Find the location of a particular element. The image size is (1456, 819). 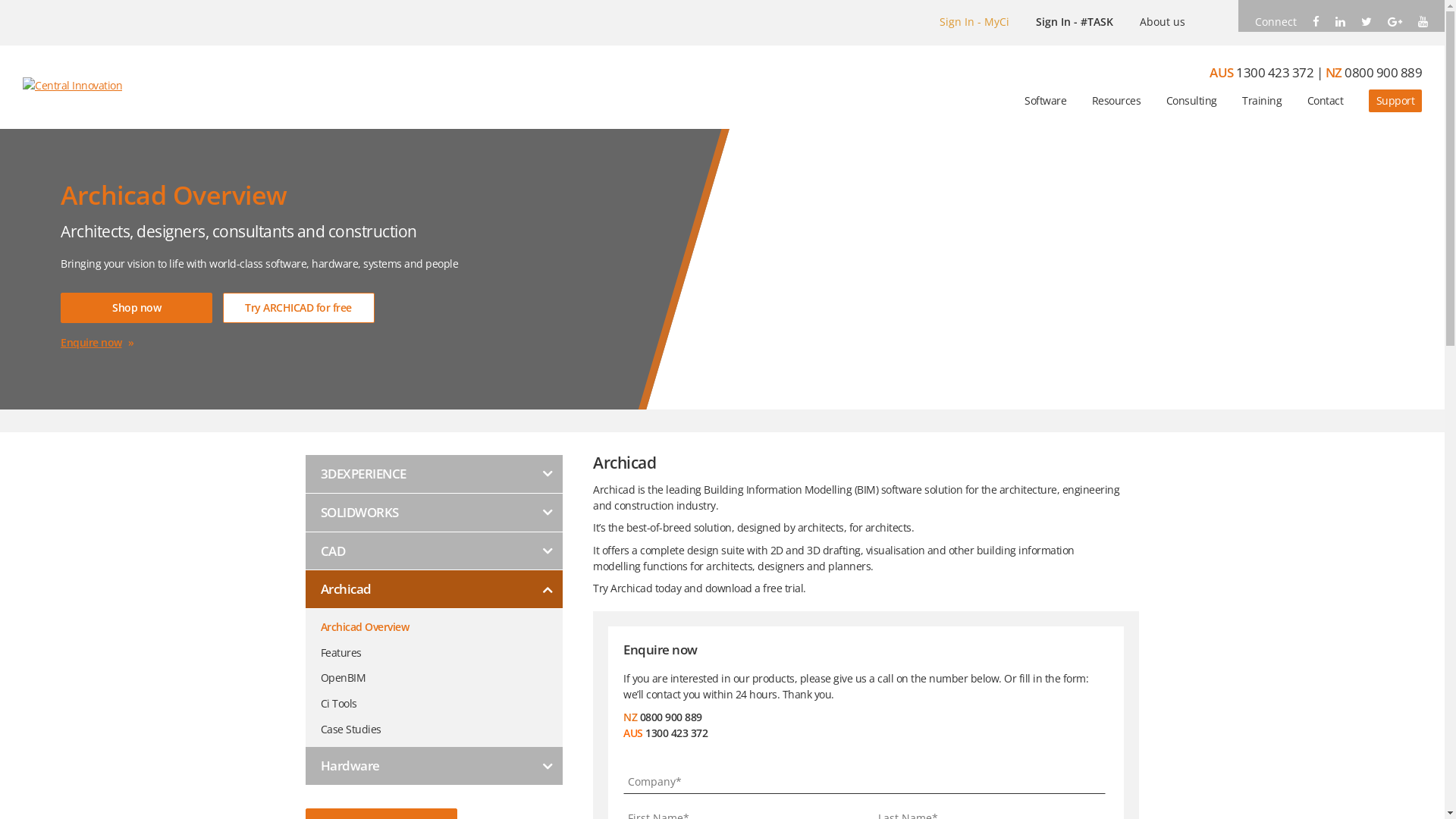

'Try ARCHICAD for free' is located at coordinates (298, 307).